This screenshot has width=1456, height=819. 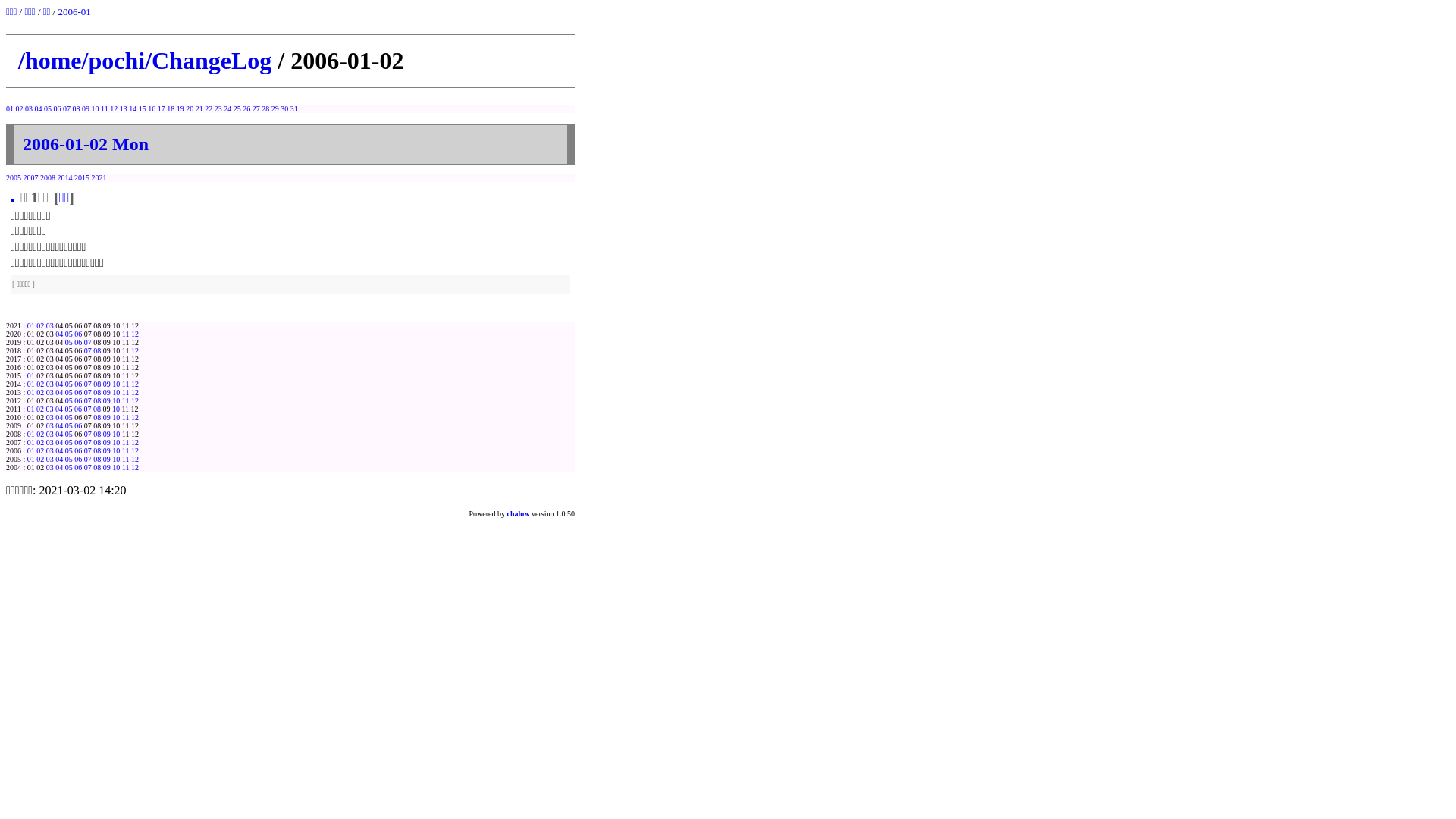 I want to click on '04', so click(x=58, y=417).